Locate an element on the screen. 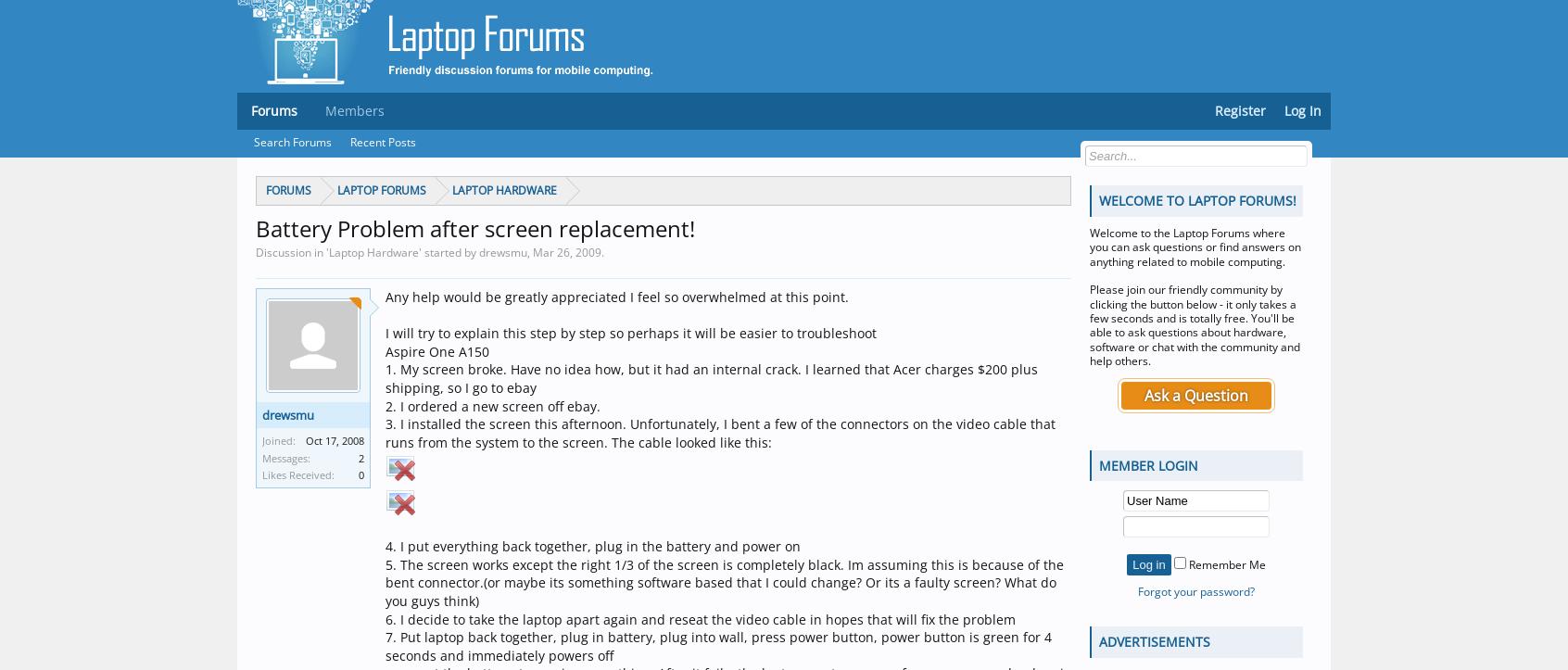  '5. The screen works except the right 1/3 of the screen is completely black. Im assuming this is because of the bent connector.(or maybe its something software based that I could change? Or its a faulty screen? What do you guys think)' is located at coordinates (725, 581).